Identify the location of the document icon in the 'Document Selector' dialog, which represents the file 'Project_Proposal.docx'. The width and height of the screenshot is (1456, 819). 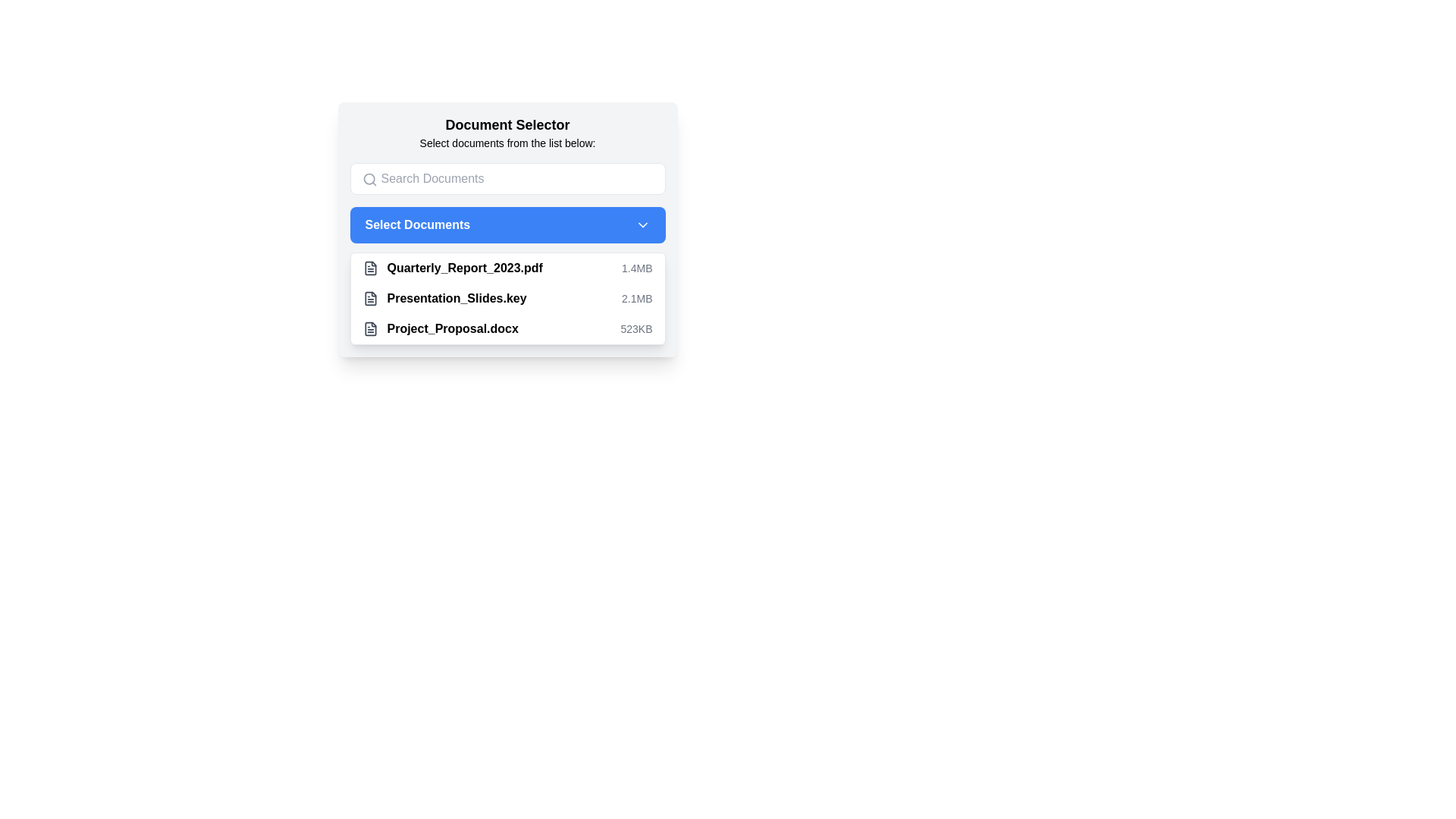
(370, 328).